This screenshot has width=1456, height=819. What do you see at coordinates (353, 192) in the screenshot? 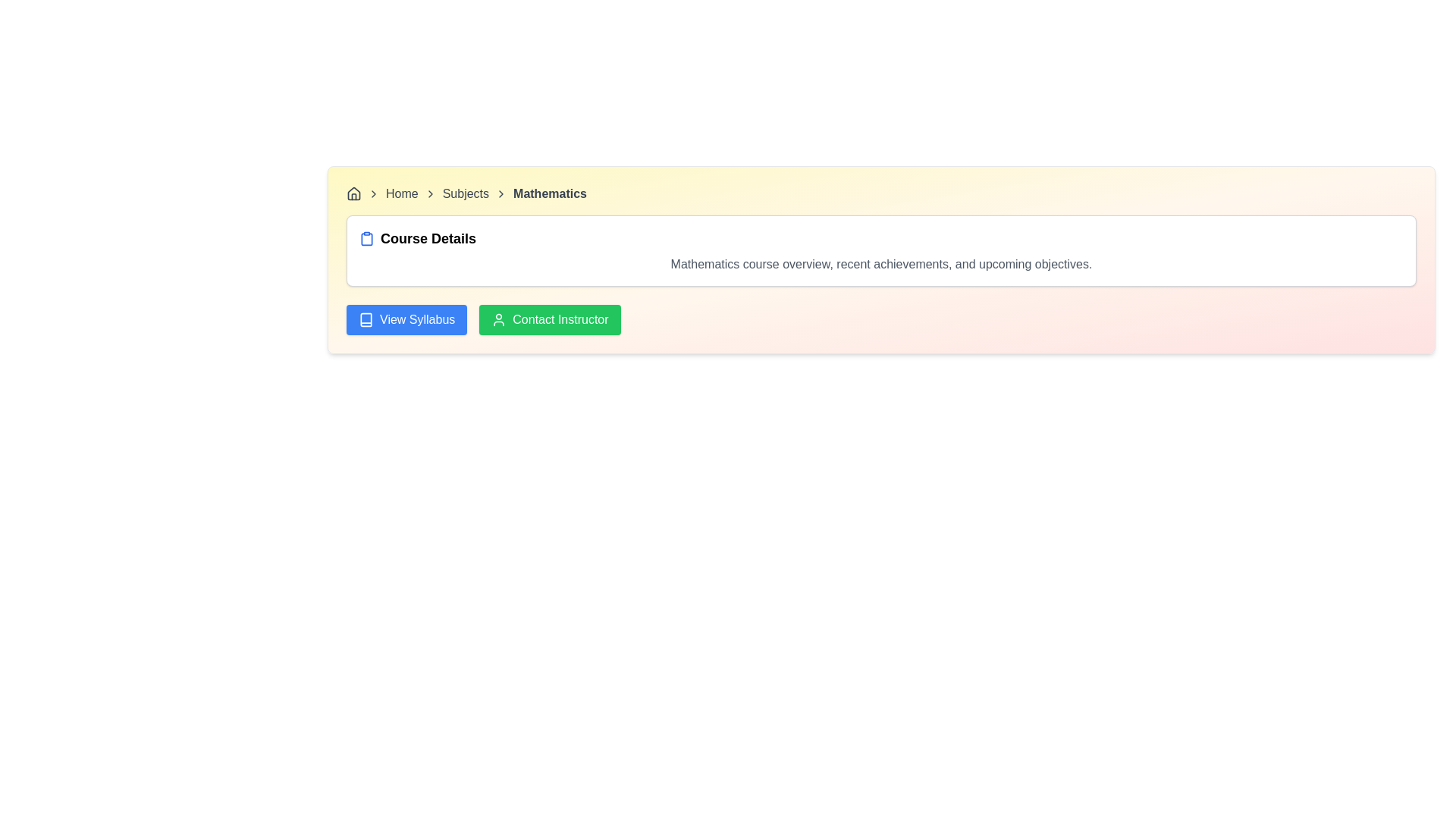
I see `the house icon at the start of the breadcrumb navigation bar` at bounding box center [353, 192].